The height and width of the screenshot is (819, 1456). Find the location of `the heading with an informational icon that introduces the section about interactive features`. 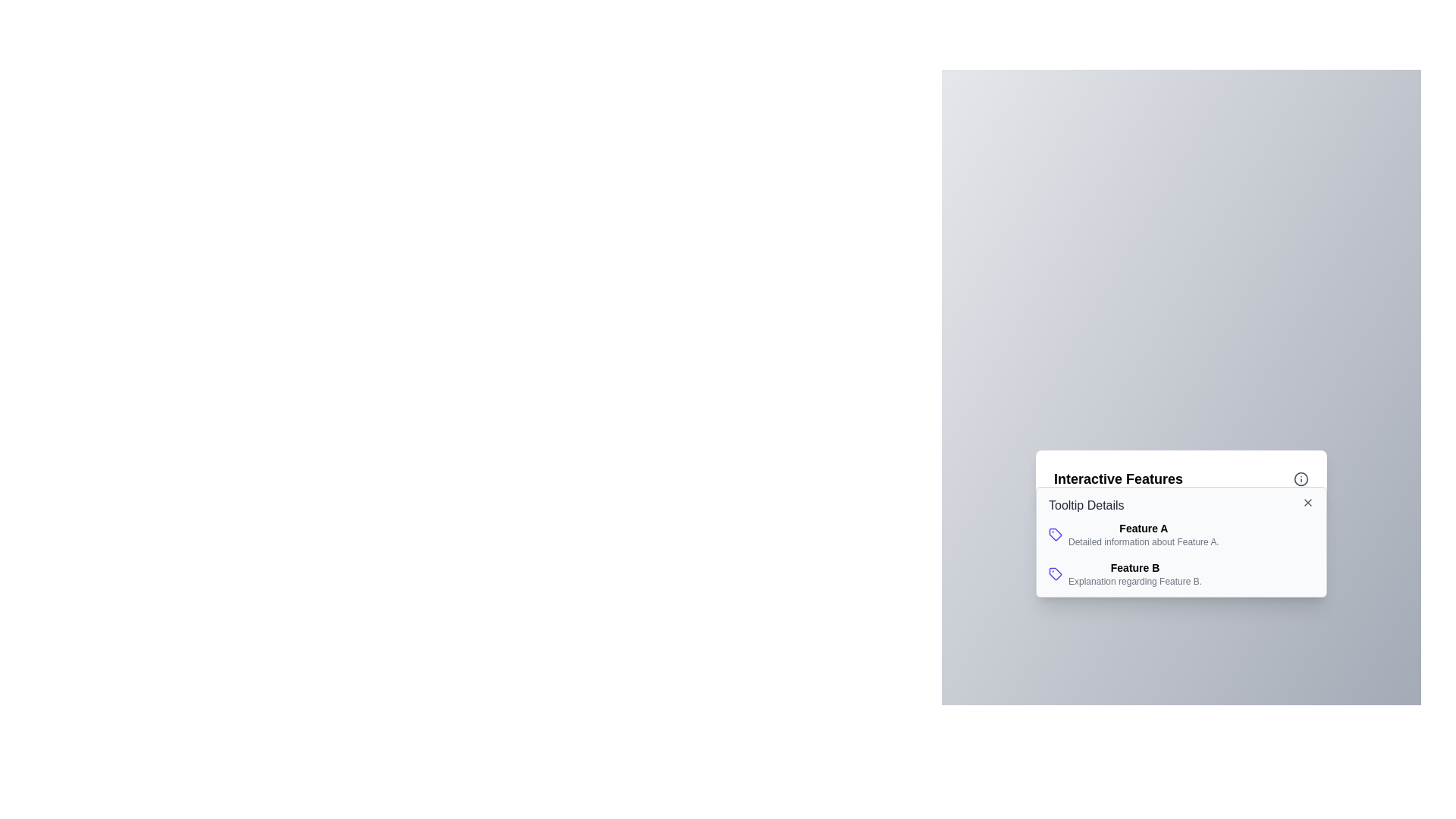

the heading with an informational icon that introduces the section about interactive features is located at coordinates (1181, 479).